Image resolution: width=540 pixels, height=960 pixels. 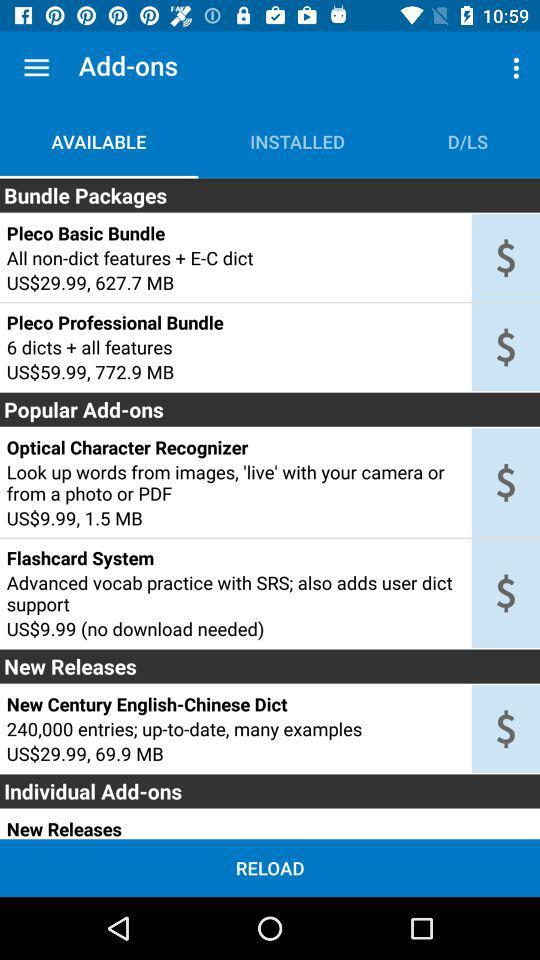 What do you see at coordinates (296, 140) in the screenshot?
I see `installed` at bounding box center [296, 140].